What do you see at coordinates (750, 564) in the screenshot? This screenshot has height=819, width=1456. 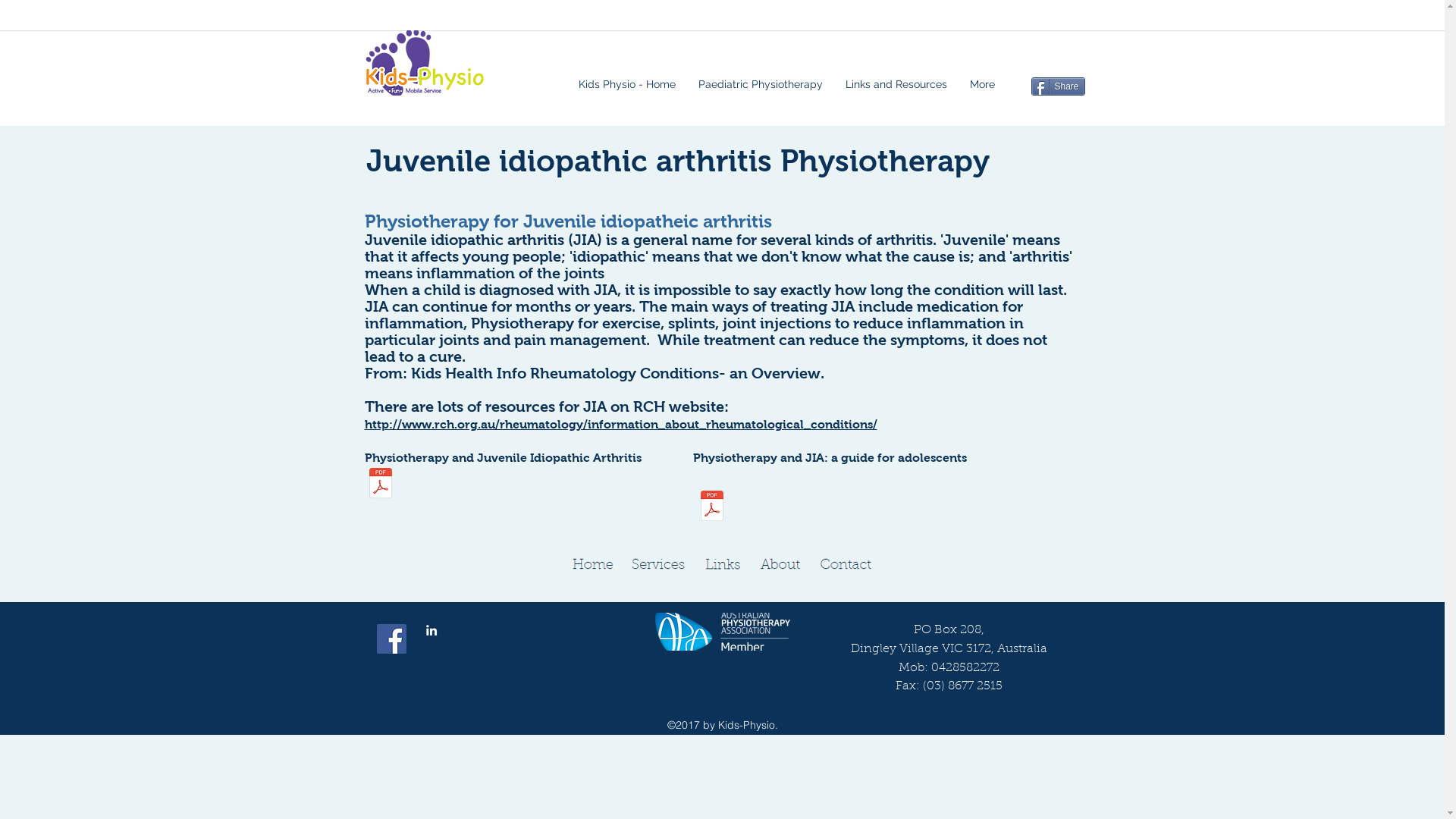 I see `'About Kids-Physio'` at bounding box center [750, 564].